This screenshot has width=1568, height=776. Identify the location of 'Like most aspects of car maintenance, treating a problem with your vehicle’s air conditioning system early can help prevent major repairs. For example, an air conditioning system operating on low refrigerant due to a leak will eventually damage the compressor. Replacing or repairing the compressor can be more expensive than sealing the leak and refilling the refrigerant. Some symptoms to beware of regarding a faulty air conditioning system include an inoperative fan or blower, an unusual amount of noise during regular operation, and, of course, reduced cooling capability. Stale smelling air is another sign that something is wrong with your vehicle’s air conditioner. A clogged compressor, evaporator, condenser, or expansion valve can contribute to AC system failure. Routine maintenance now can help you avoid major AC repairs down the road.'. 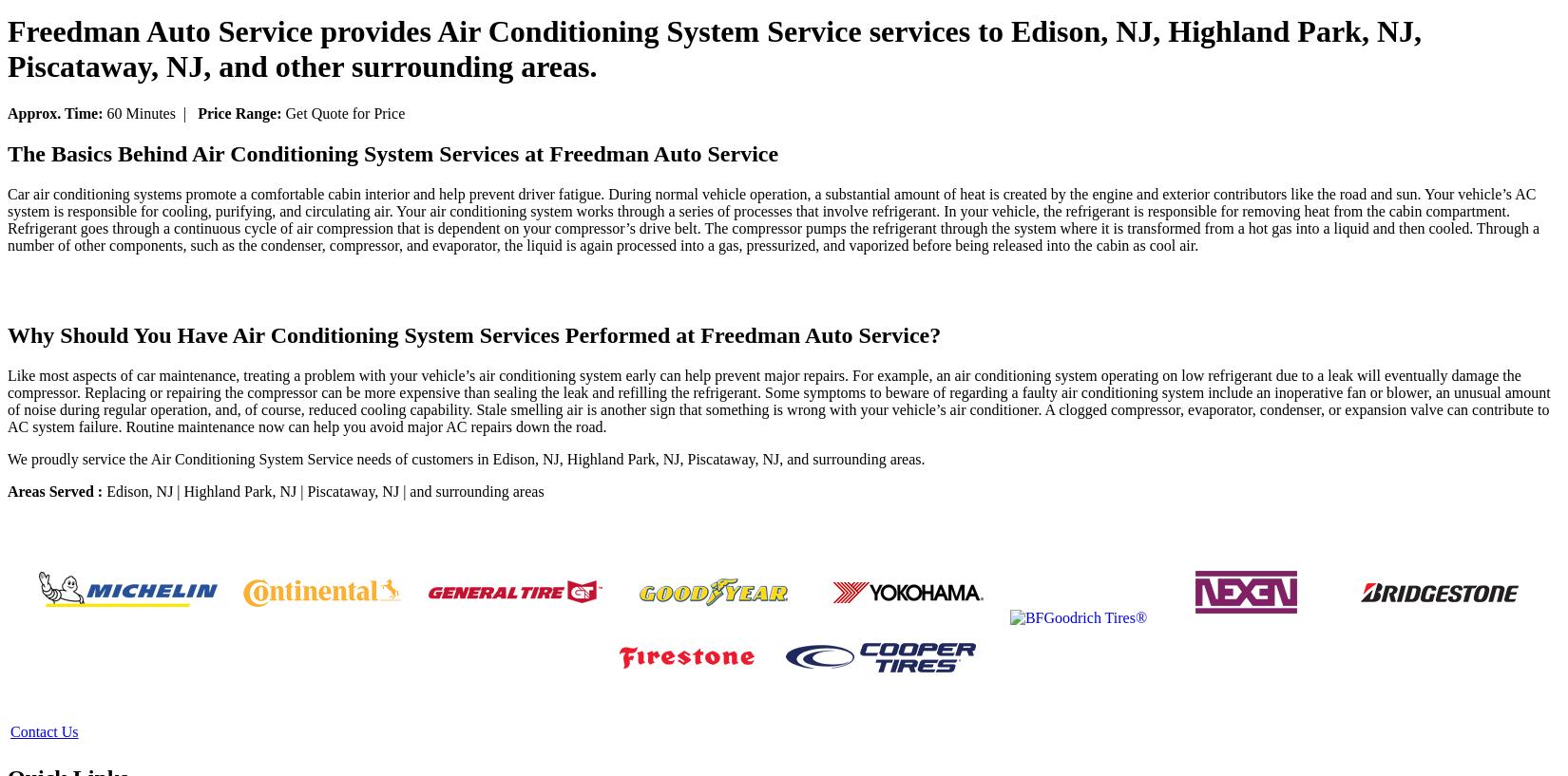
(7, 400).